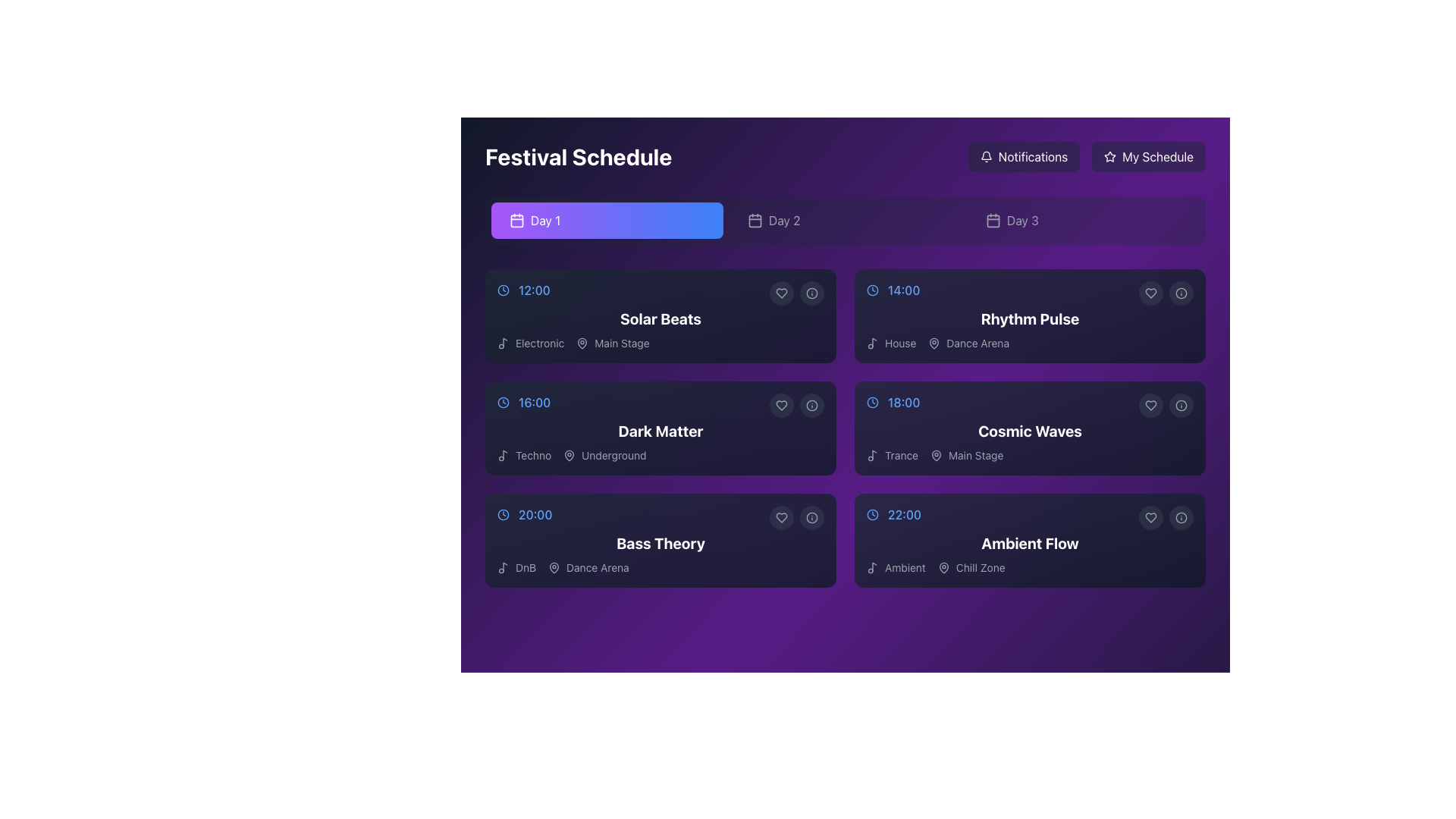 This screenshot has height=819, width=1456. Describe the element at coordinates (516, 220) in the screenshot. I see `the visual design of the calendar icon within the 'Day 1' button, located at the upper left of the interface` at that location.